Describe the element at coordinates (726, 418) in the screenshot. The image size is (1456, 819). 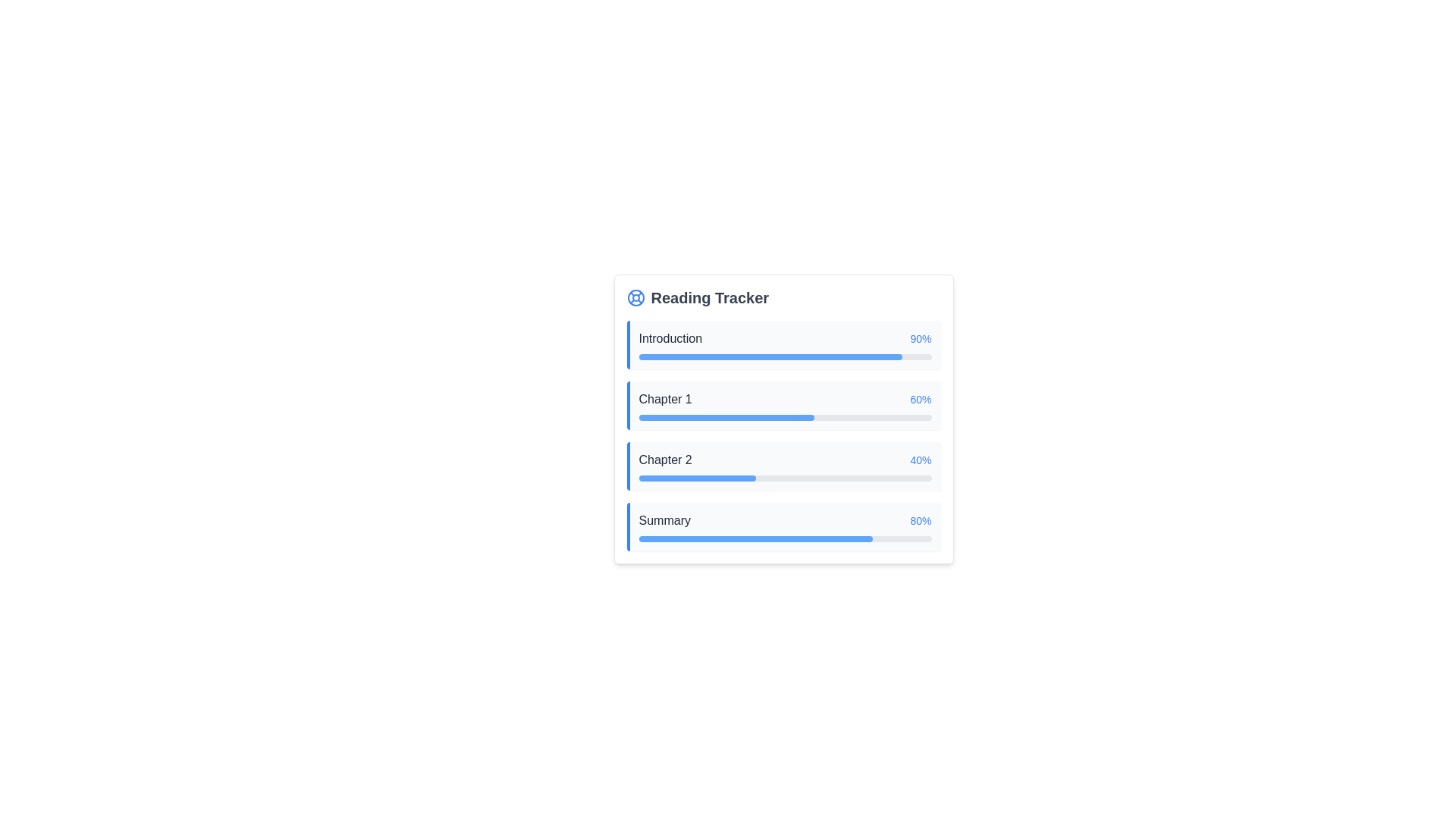
I see `the filled portion of the progress bar representing 'Chapter 1' in the tracker widget` at that location.